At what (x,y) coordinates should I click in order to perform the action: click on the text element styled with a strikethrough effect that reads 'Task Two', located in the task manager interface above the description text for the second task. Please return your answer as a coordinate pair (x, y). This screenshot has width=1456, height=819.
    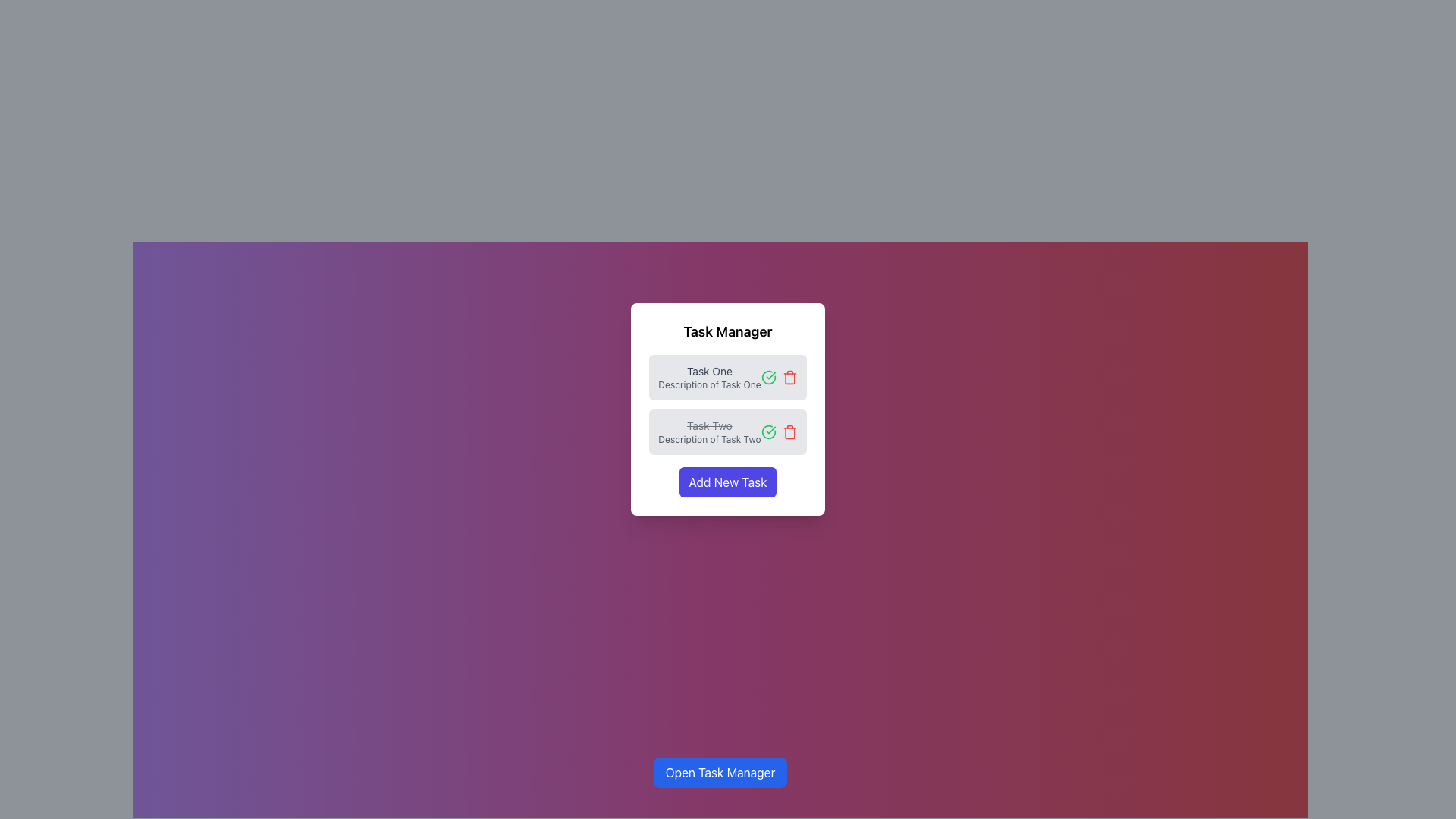
    Looking at the image, I should click on (709, 426).